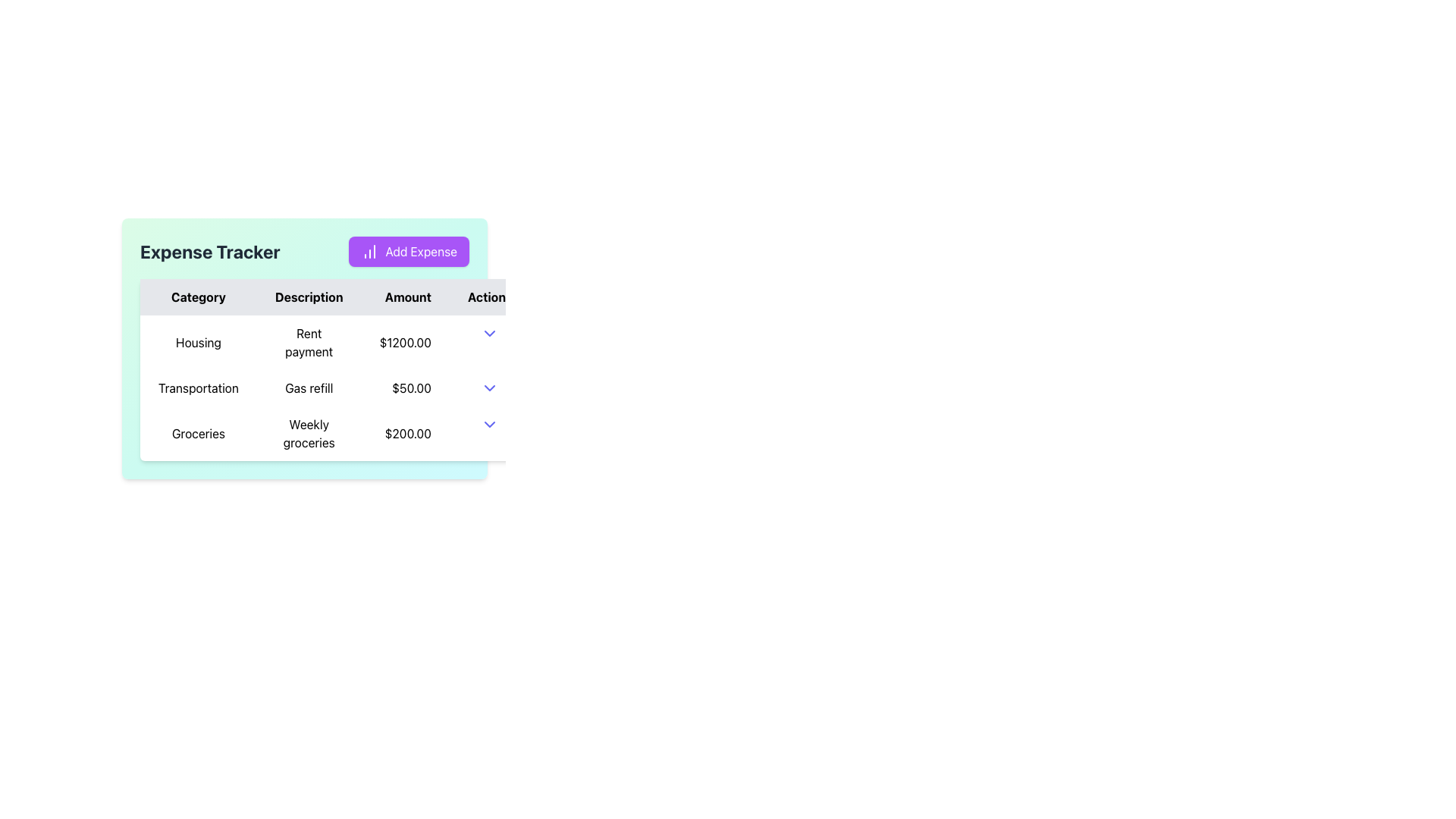  What do you see at coordinates (490, 332) in the screenshot?
I see `the blue downward-pointing chevron icon in the 'Action' column of the first row` at bounding box center [490, 332].